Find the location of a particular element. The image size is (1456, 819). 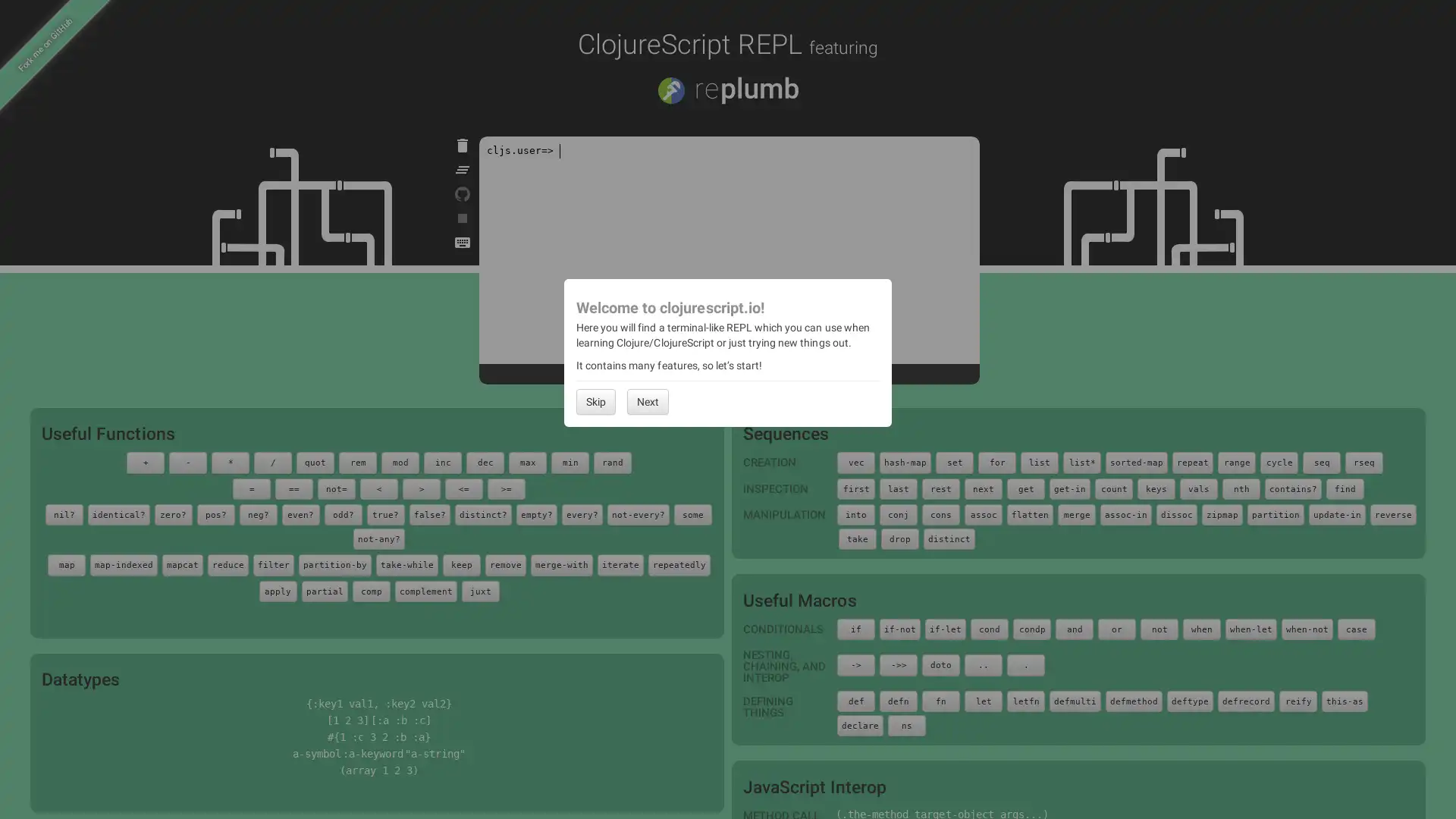

ns is located at coordinates (906, 724).